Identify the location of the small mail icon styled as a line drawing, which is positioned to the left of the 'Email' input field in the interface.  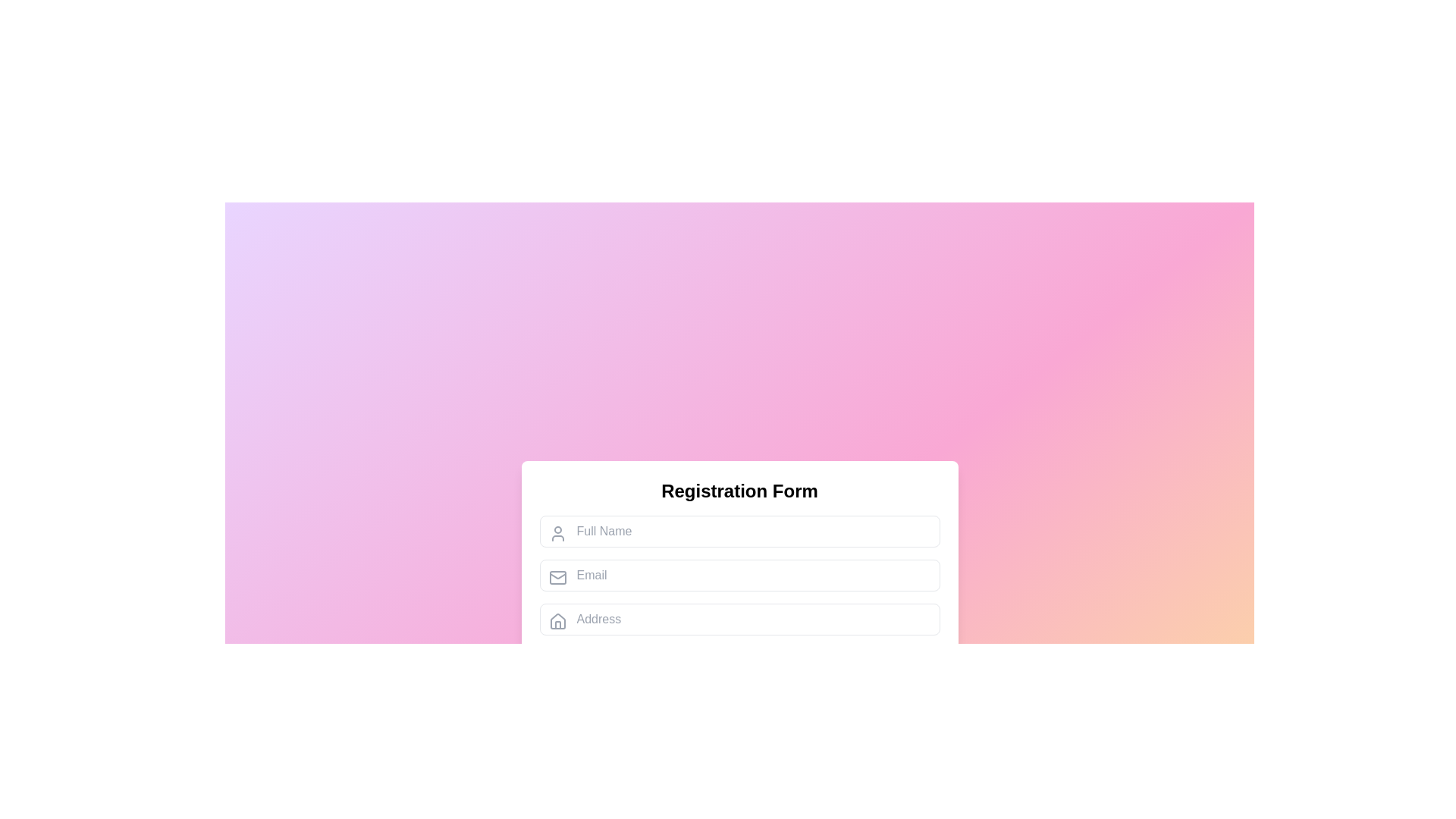
(557, 577).